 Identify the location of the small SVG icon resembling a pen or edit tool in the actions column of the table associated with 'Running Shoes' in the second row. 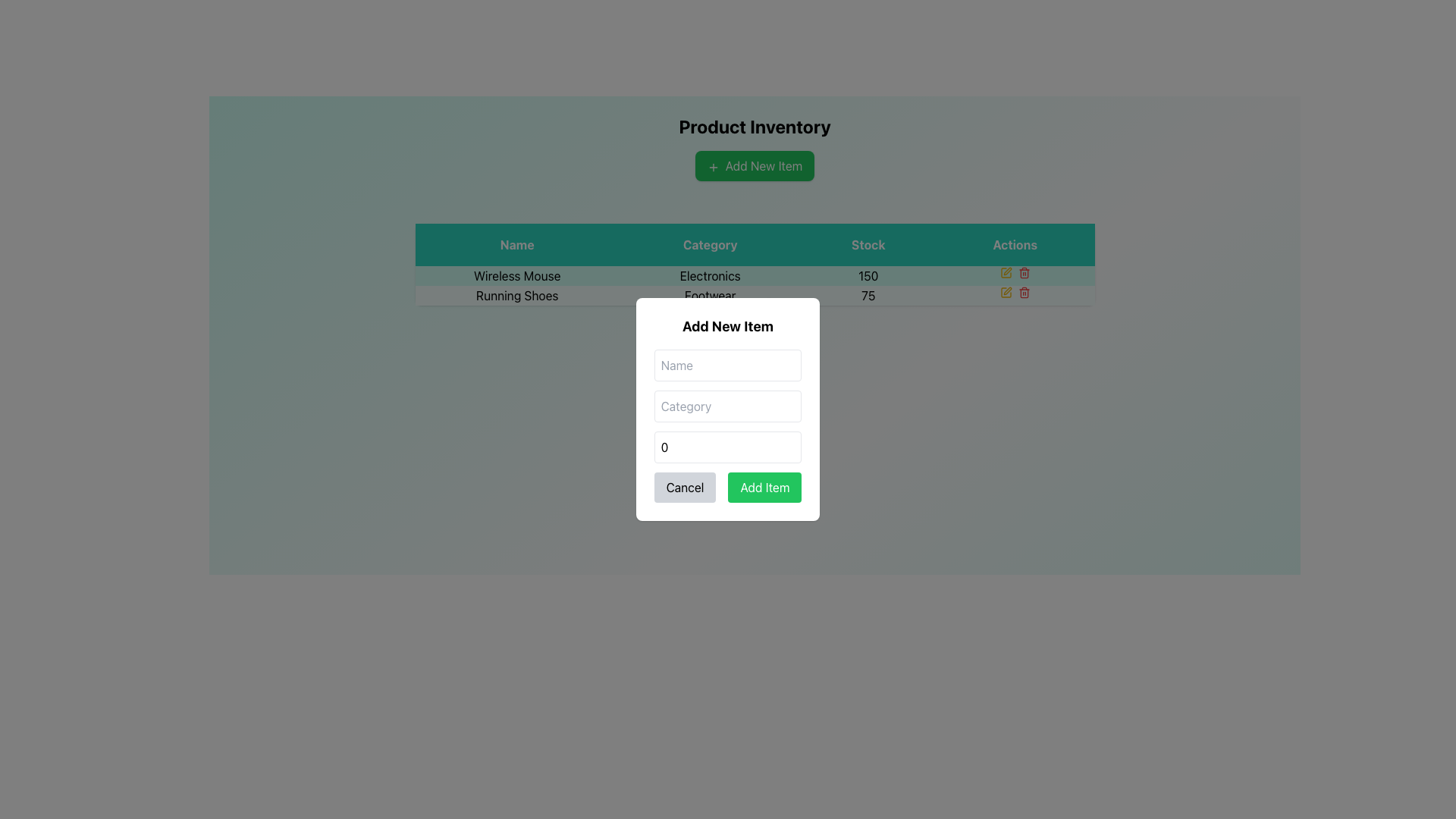
(1007, 291).